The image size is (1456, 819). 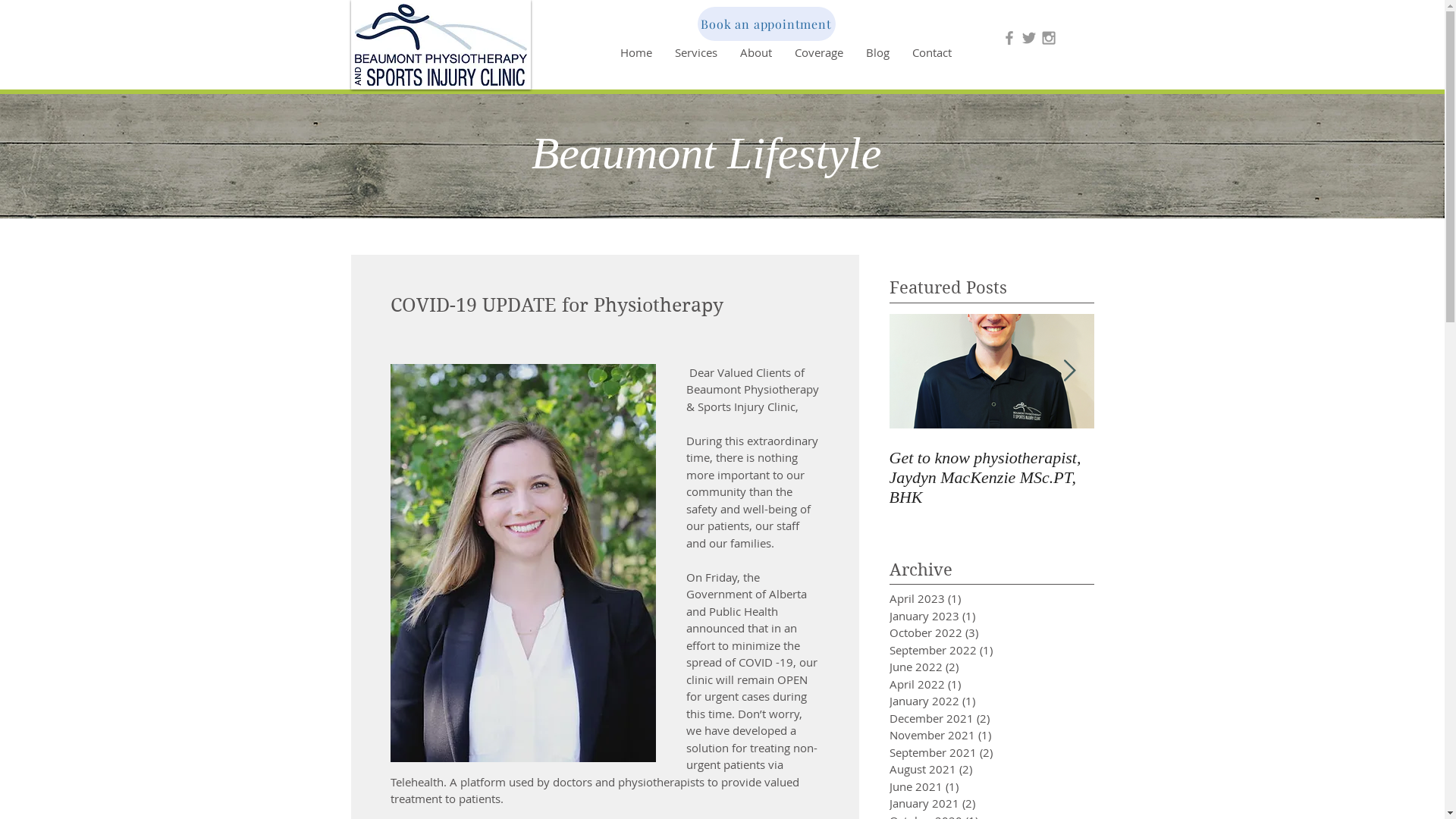 What do you see at coordinates (888, 802) in the screenshot?
I see `'January 2021 (2)'` at bounding box center [888, 802].